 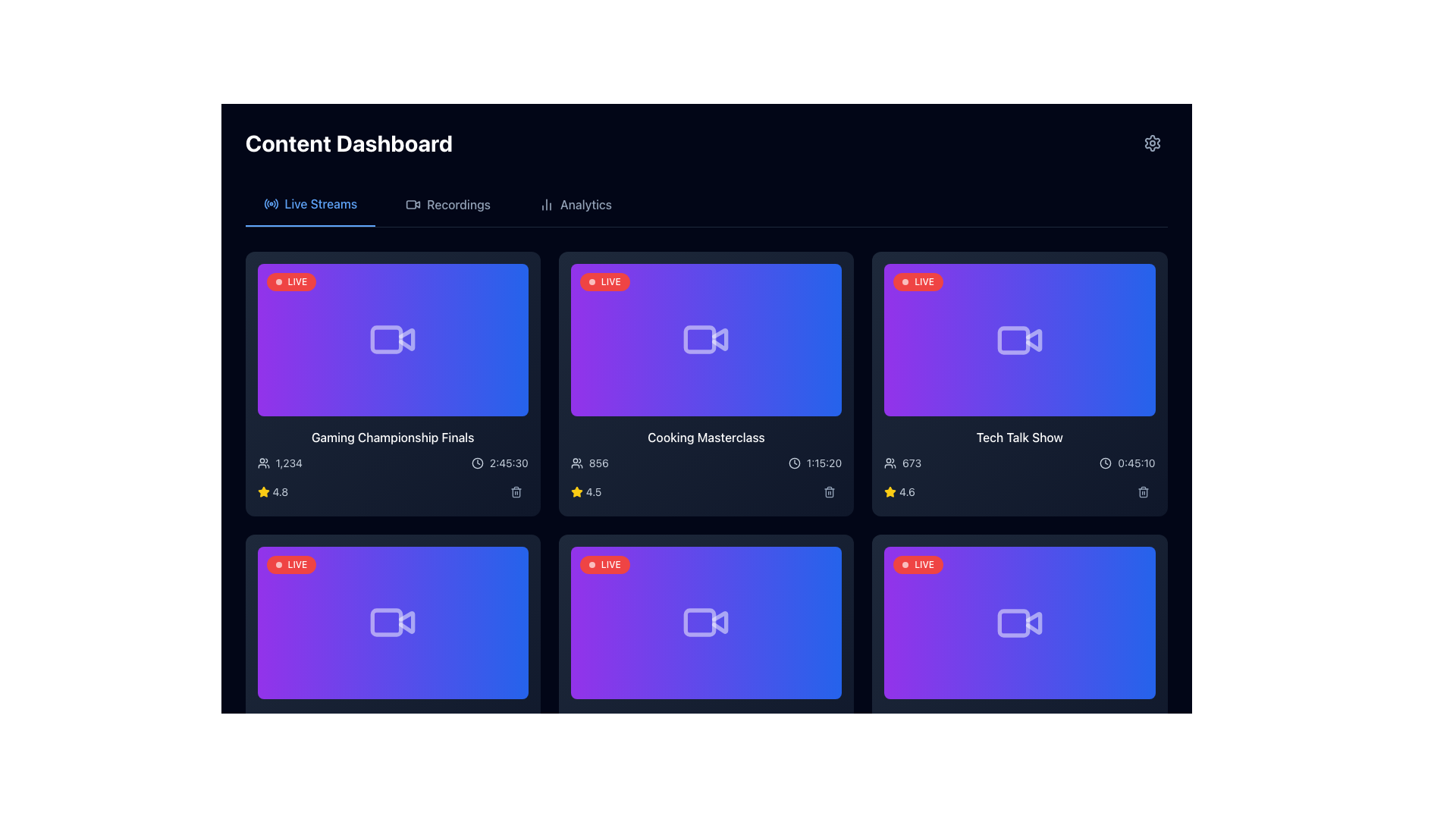 What do you see at coordinates (263, 462) in the screenshot?
I see `the user count icon located near the bottom-left corner of the first card in the grid, just to the left of the numerical text '1,234'` at bounding box center [263, 462].